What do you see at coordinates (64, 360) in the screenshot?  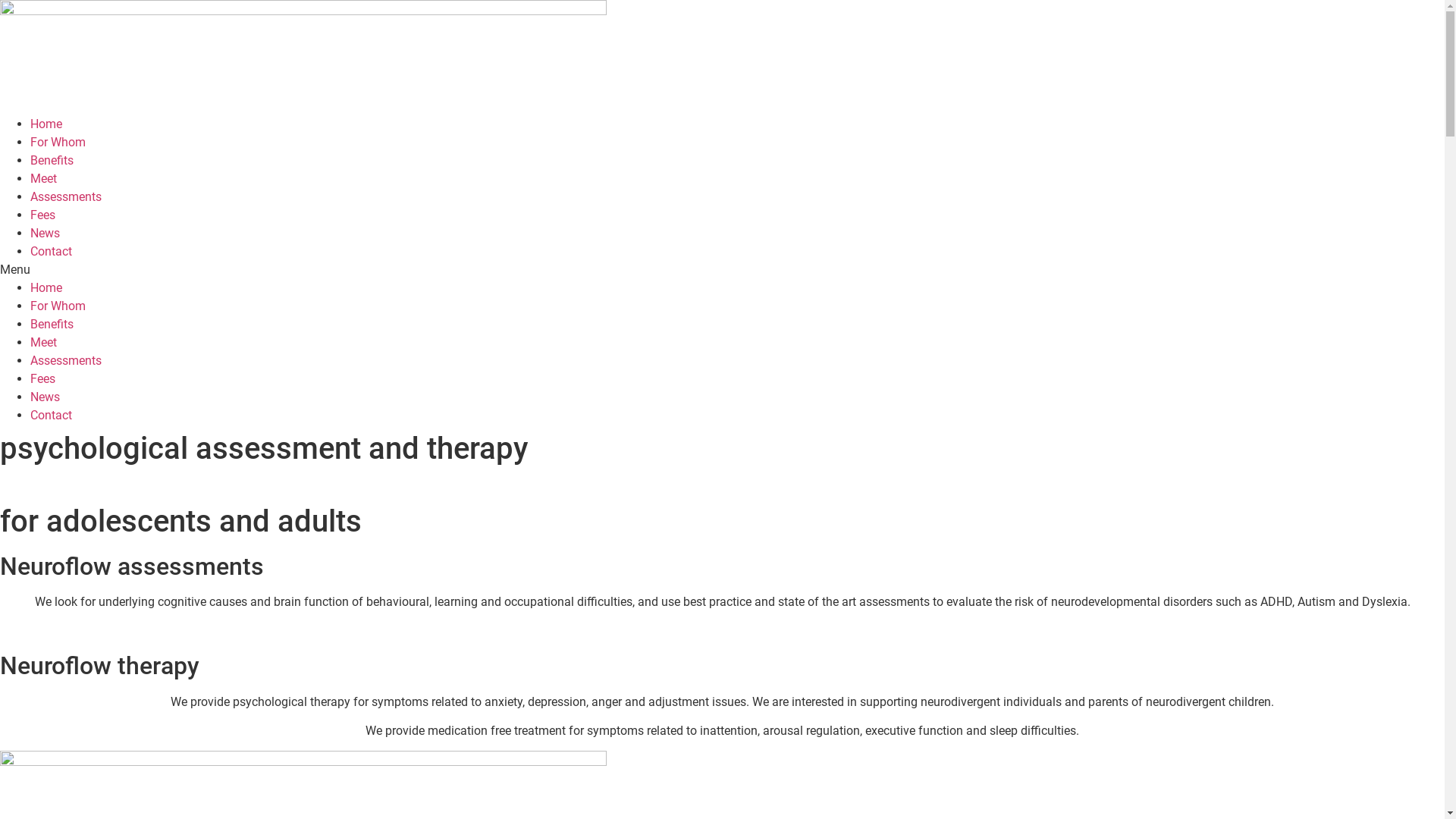 I see `'Assessments'` at bounding box center [64, 360].